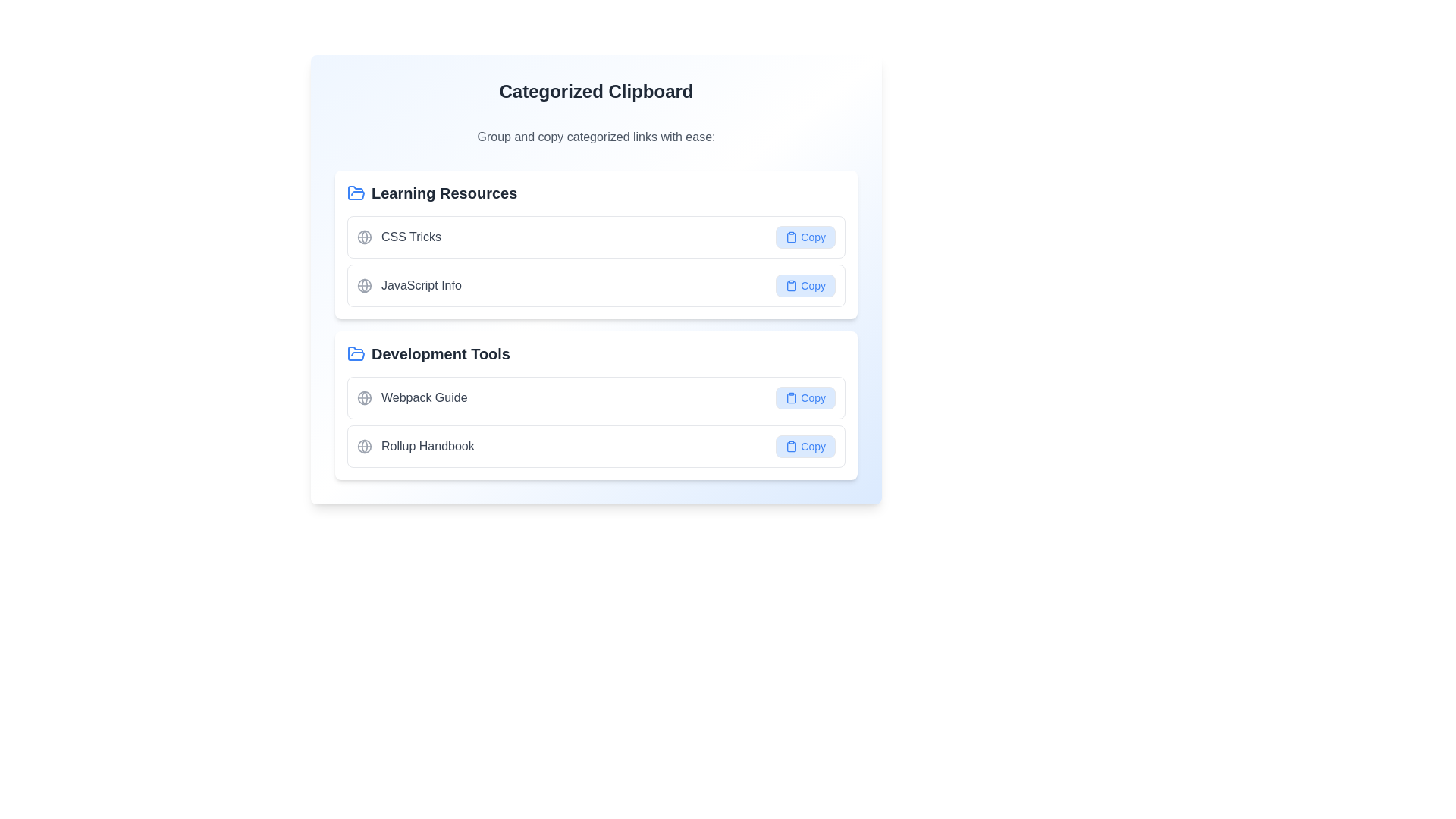  Describe the element at coordinates (805, 286) in the screenshot. I see `the 'Copy' button with a light blue background and blue text, which is located in the 'Learning Resources' section, to copy the associated text` at that location.